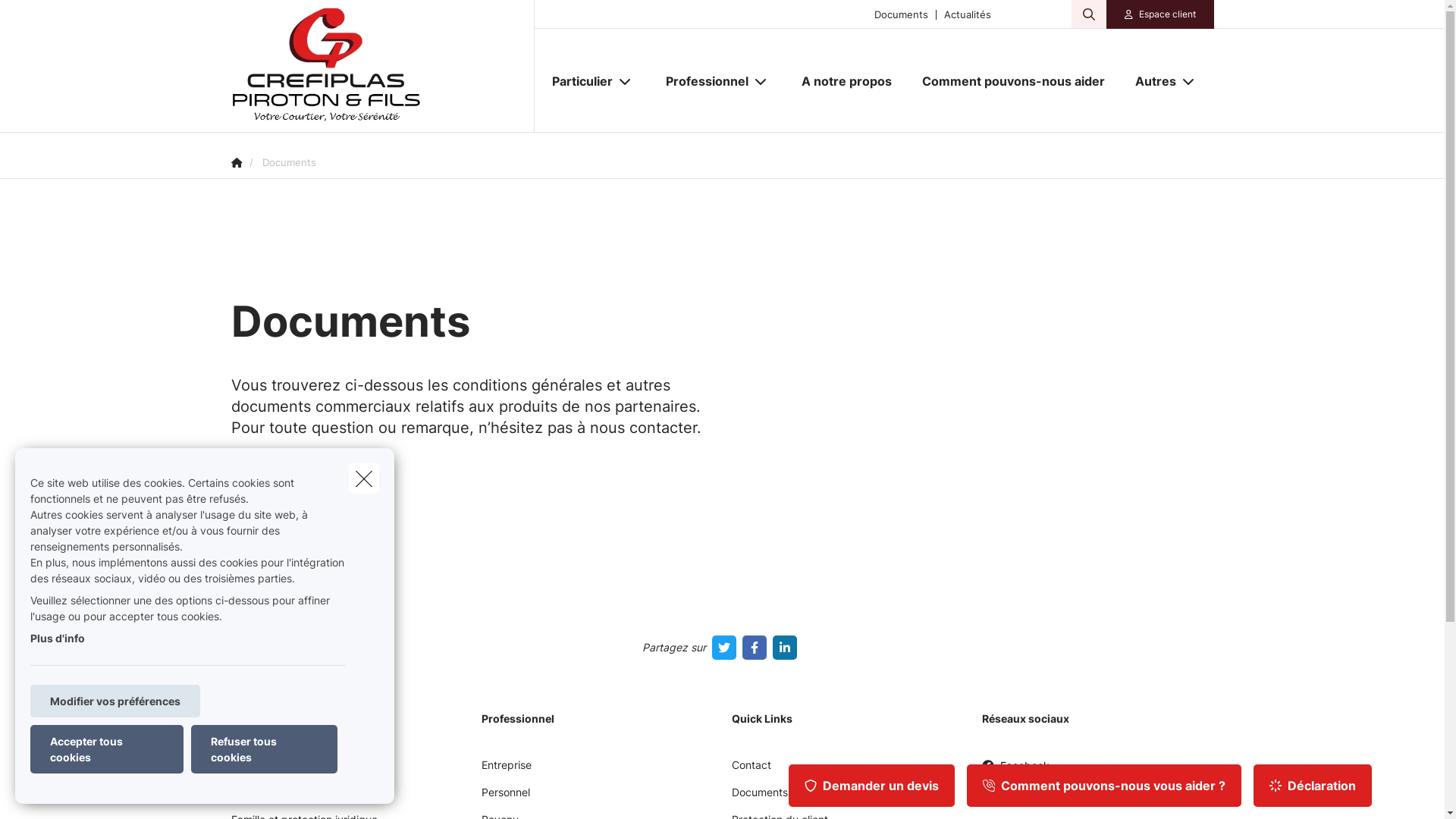 Image resolution: width=1456 pixels, height=819 pixels. I want to click on 'Refuser tous cookies', so click(190, 748).